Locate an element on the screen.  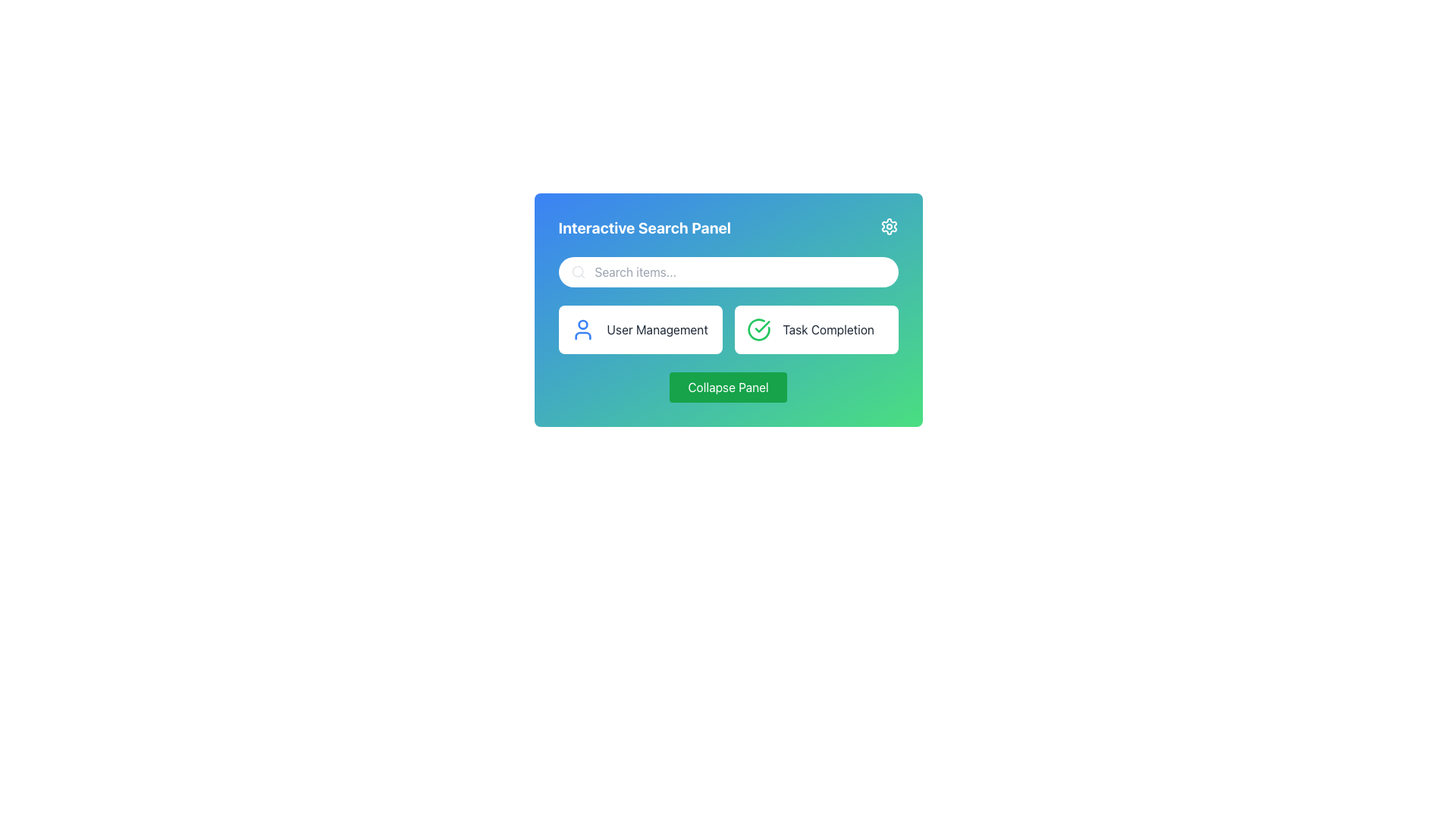
the success indicator icon located to the right of the 'Task Completion' button, which is the second button below the search bar is located at coordinates (758, 329).